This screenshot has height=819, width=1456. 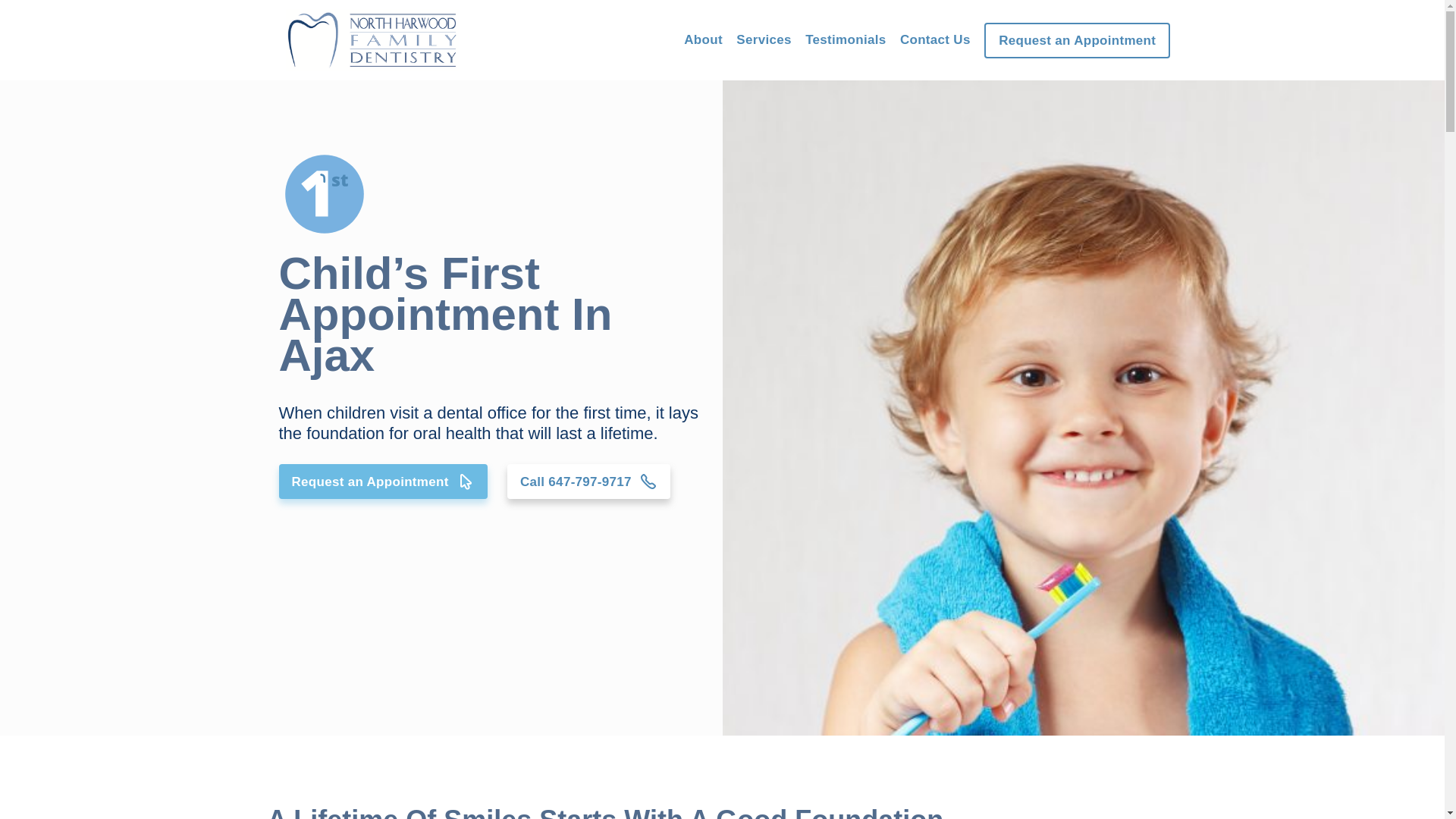 What do you see at coordinates (720, 406) in the screenshot?
I see `'North Harwood Family Dentistry - Ajax'` at bounding box center [720, 406].